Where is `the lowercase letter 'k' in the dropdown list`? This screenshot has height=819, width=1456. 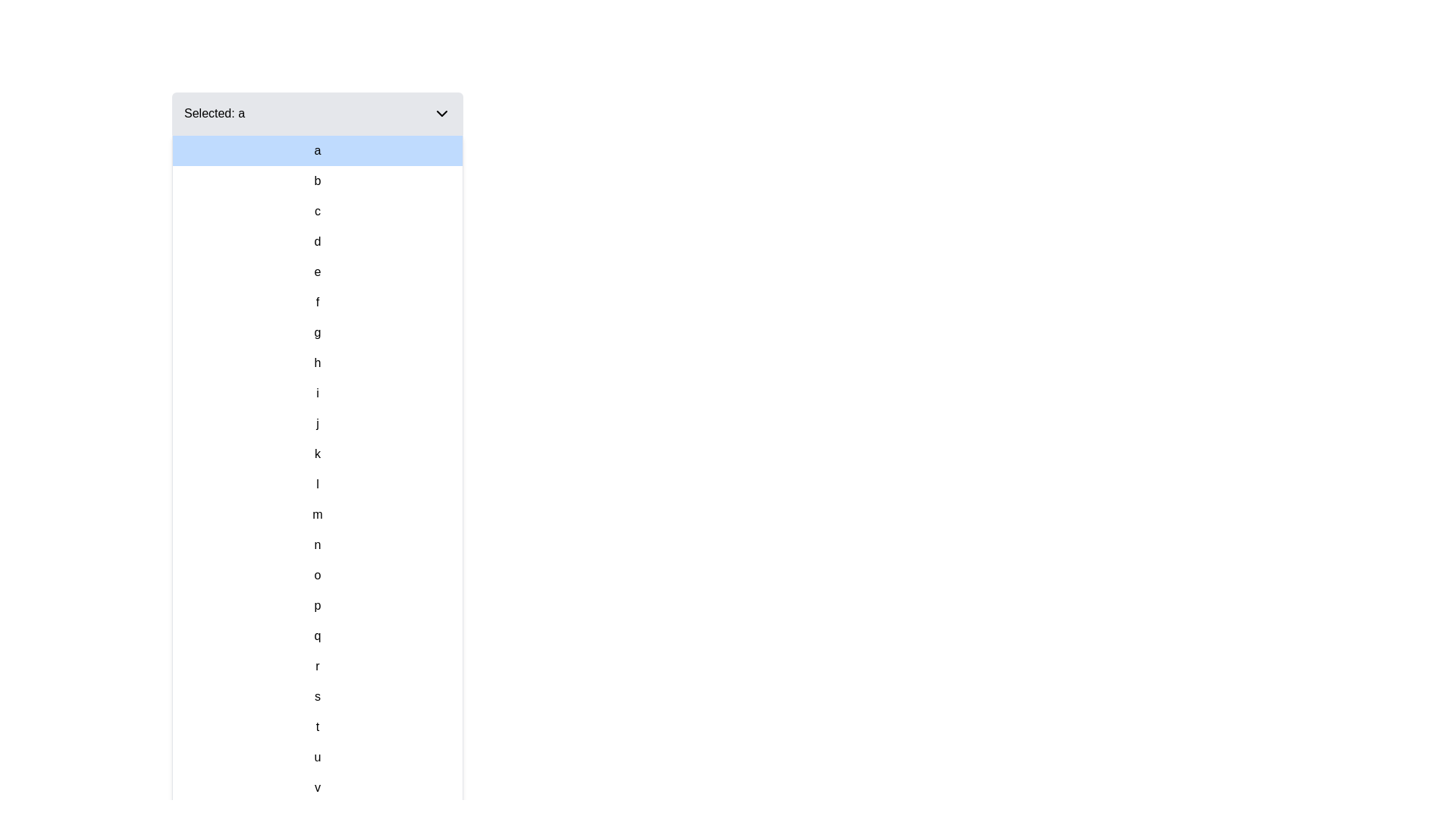
the lowercase letter 'k' in the dropdown list is located at coordinates (316, 453).